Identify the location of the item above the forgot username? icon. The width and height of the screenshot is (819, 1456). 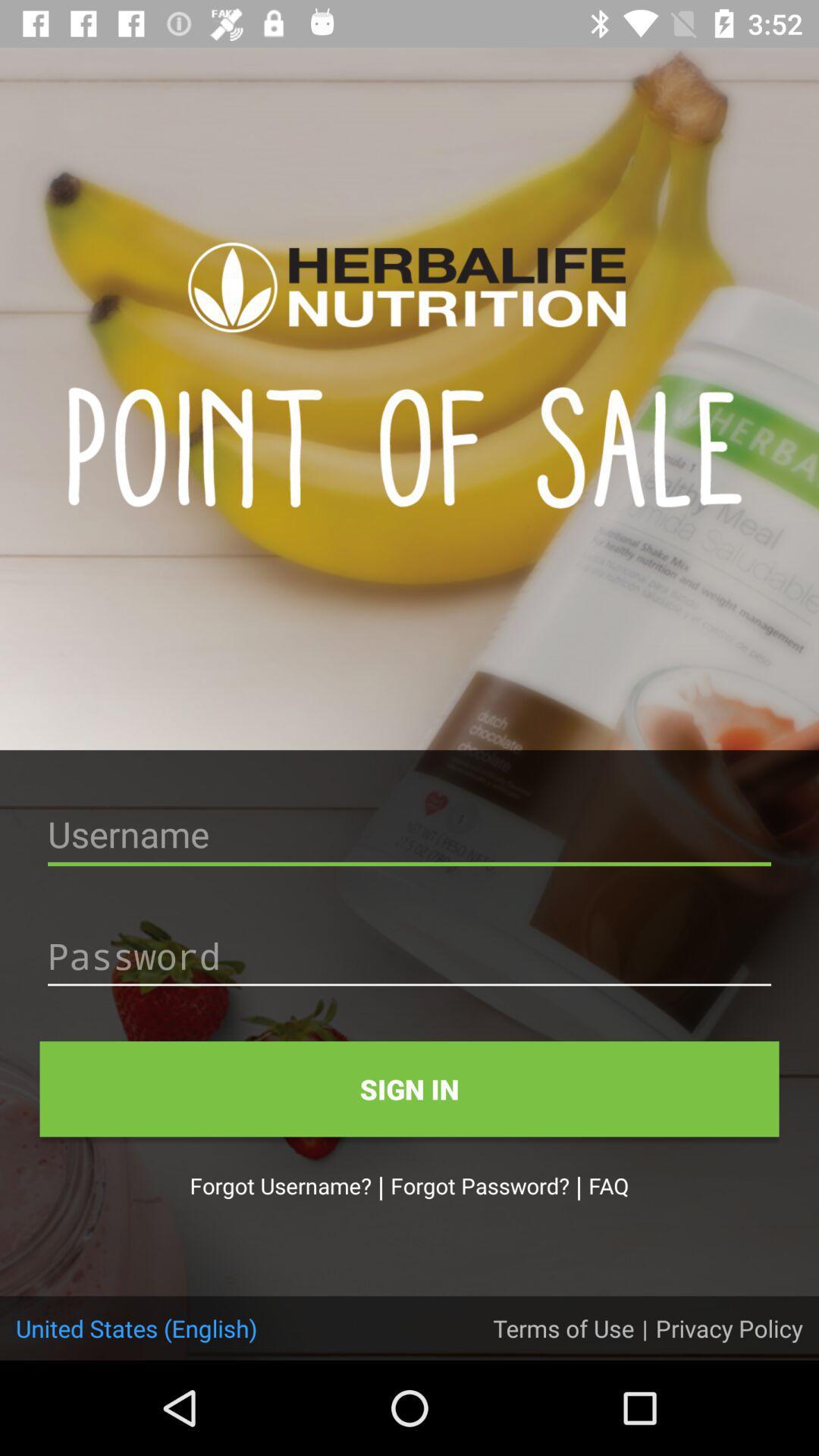
(409, 1088).